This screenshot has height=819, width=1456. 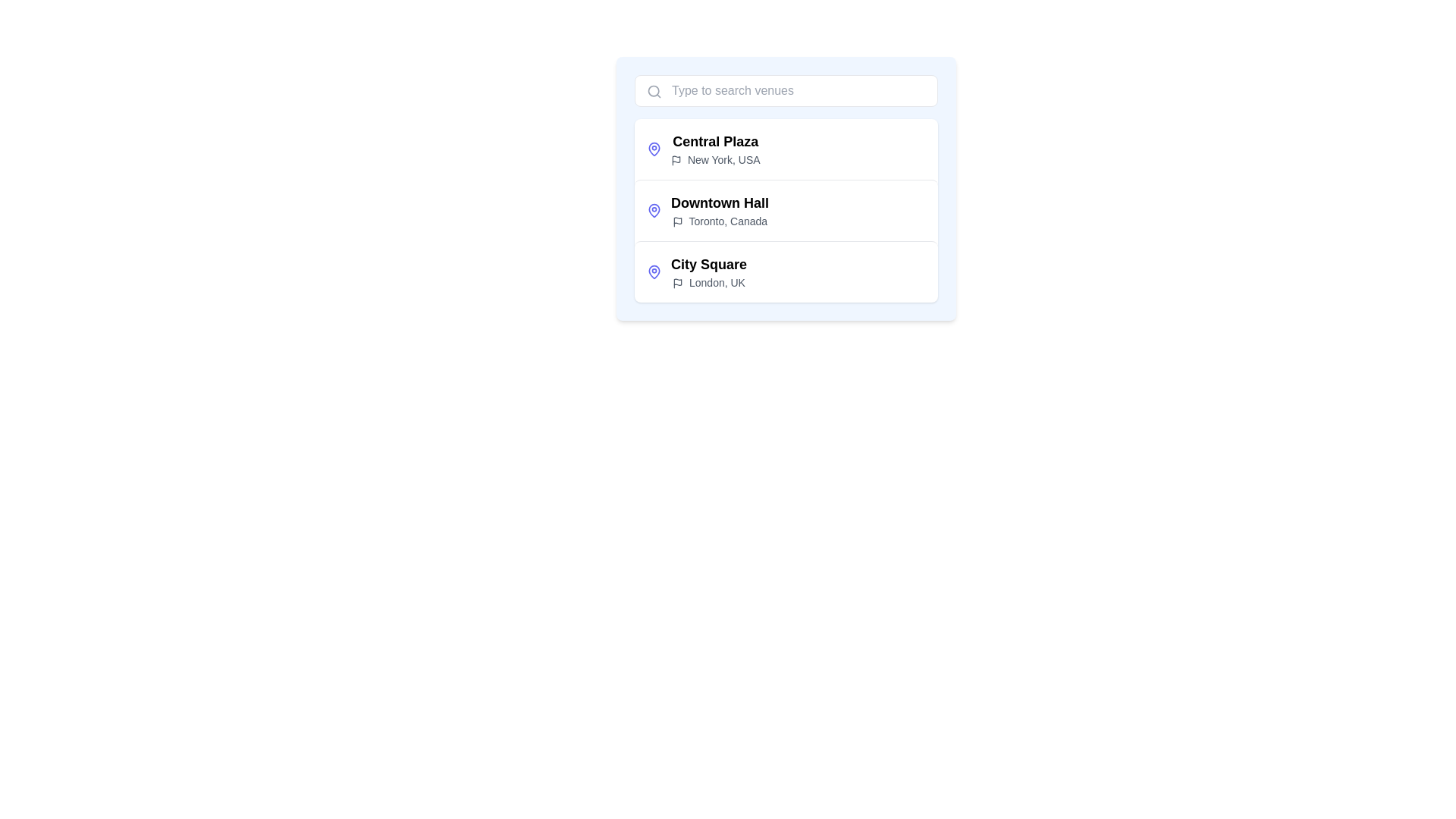 What do you see at coordinates (708, 283) in the screenshot?
I see `the Text Label with Icon displaying the location 'London, UK' associated with 'City Square'` at bounding box center [708, 283].